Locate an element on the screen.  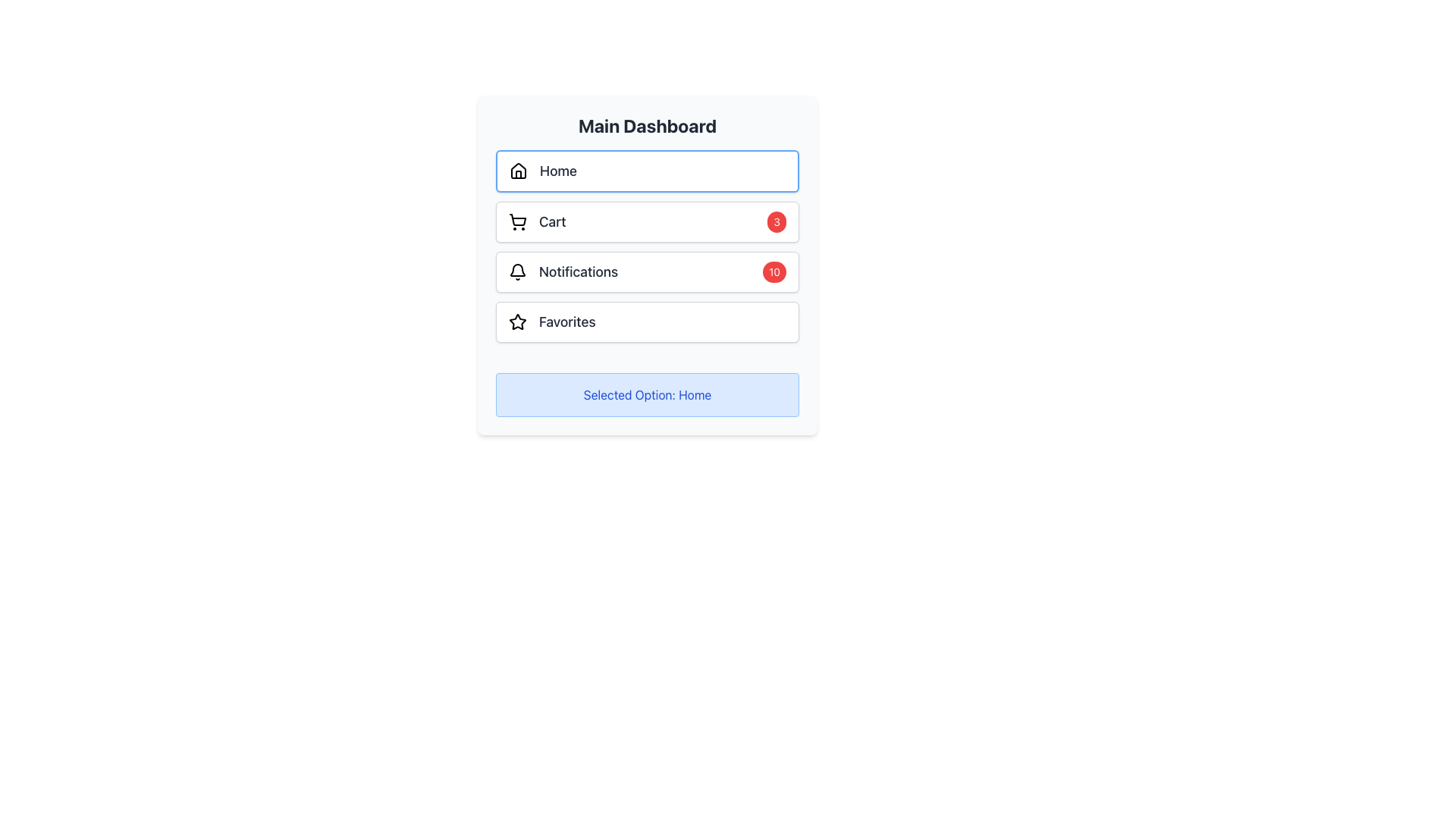
the 'Favorites' icon, which serves as a visual representation of the 'Favorites' option, located to the left of the 'Favorites' menu entry in the vertical menu list is located at coordinates (517, 321).